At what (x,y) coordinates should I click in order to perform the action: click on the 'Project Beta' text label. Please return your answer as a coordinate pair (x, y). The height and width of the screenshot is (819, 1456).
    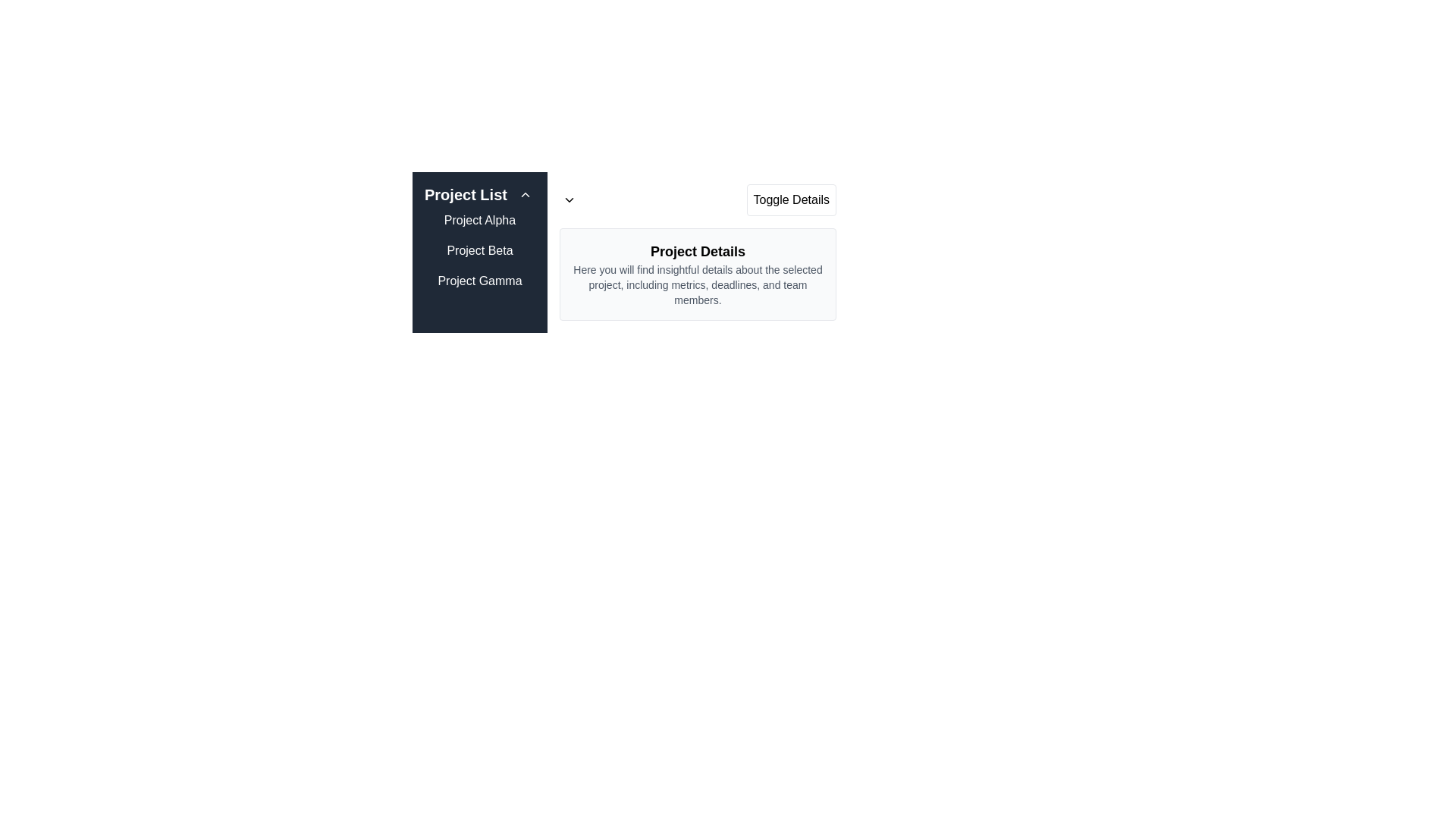
    Looking at the image, I should click on (479, 250).